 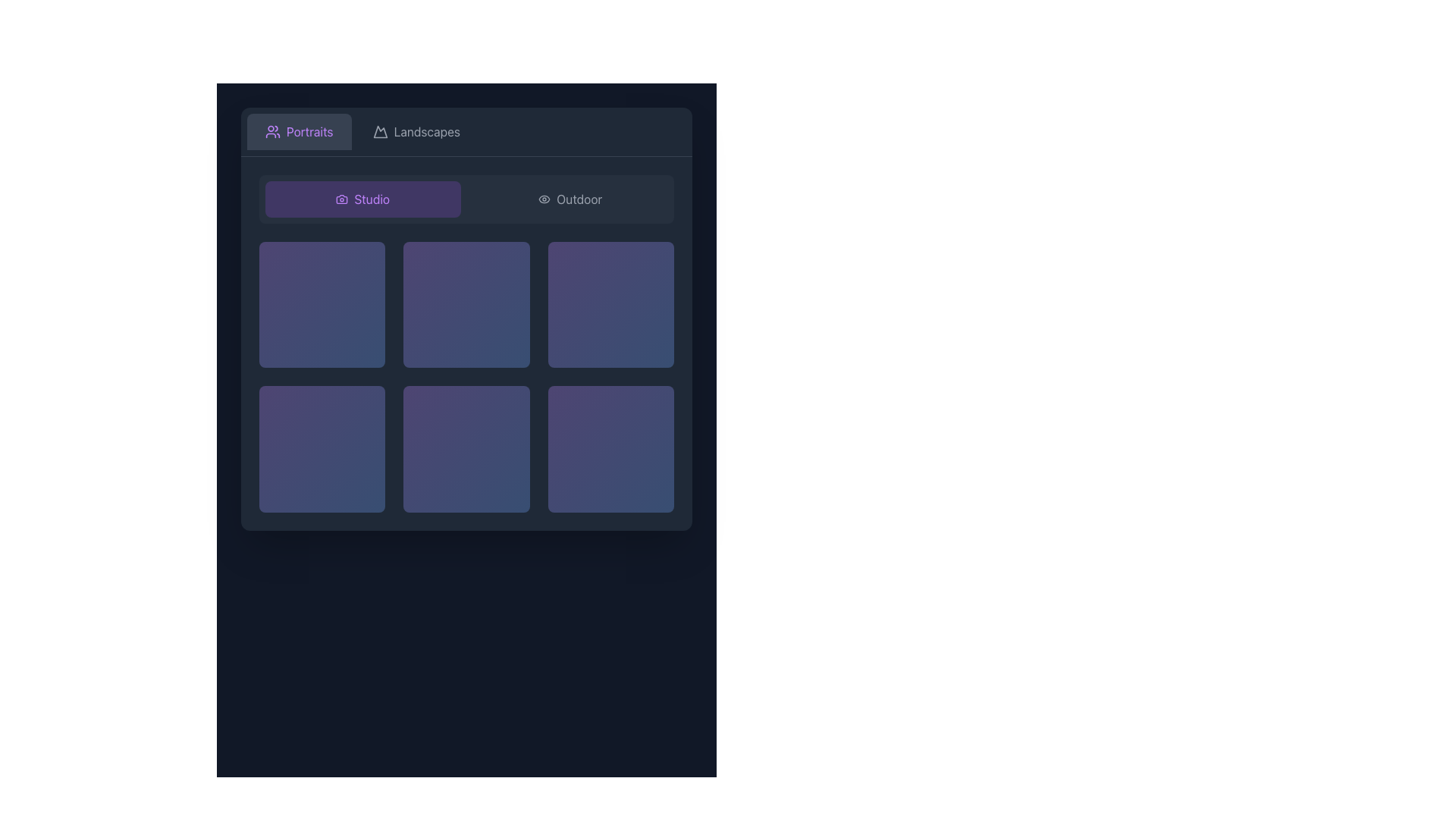 What do you see at coordinates (362, 198) in the screenshot?
I see `the 'Studio' button, which is the first button in a row of two` at bounding box center [362, 198].